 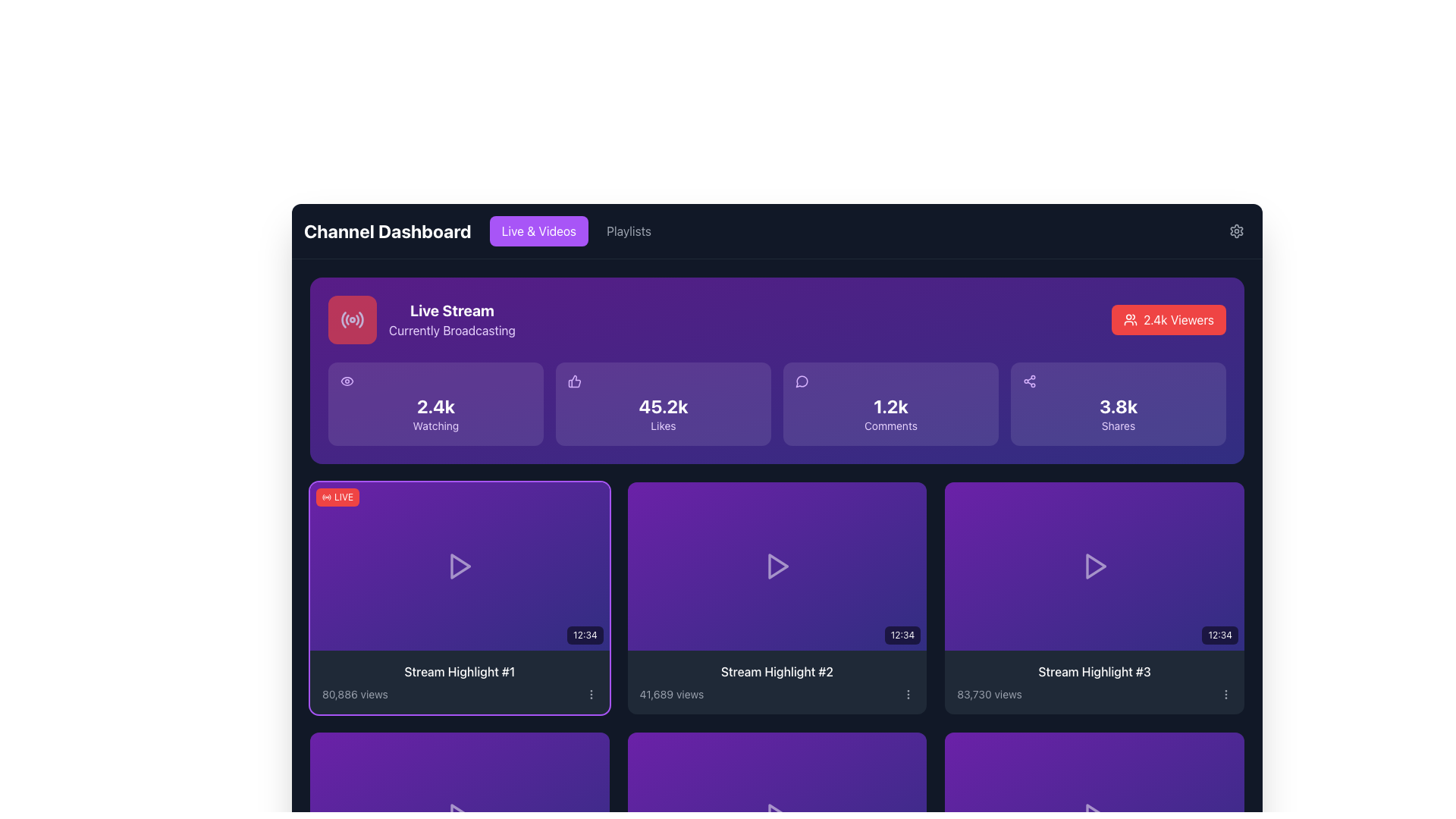 I want to click on the comments icon located in the '1.2k Comments' panel on the dashboard interface, which visually represents the concept of comments or messages, so click(x=801, y=381).